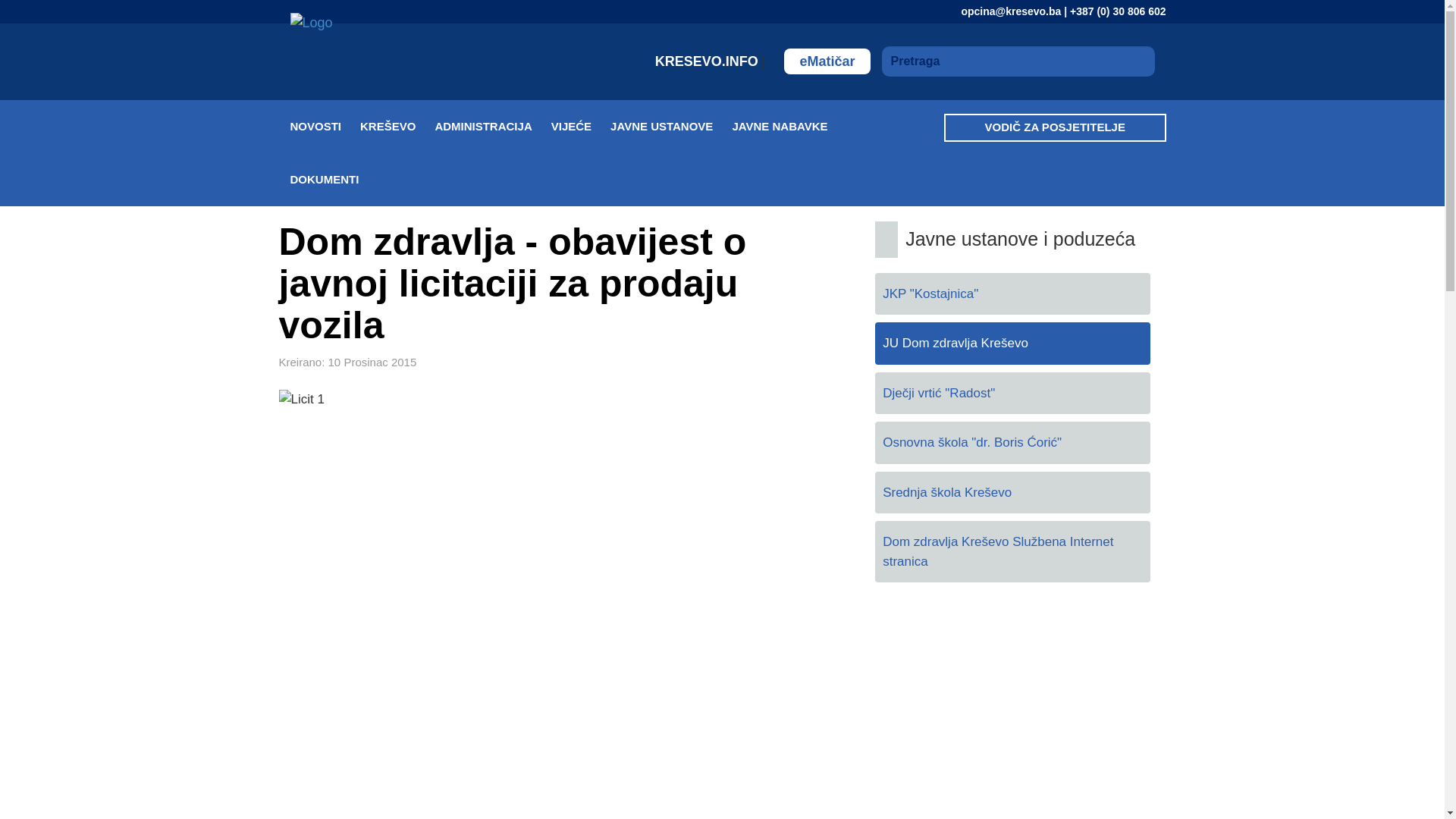 The height and width of the screenshot is (819, 1456). Describe the element at coordinates (333, 178) in the screenshot. I see `'DOKUMENTI'` at that location.